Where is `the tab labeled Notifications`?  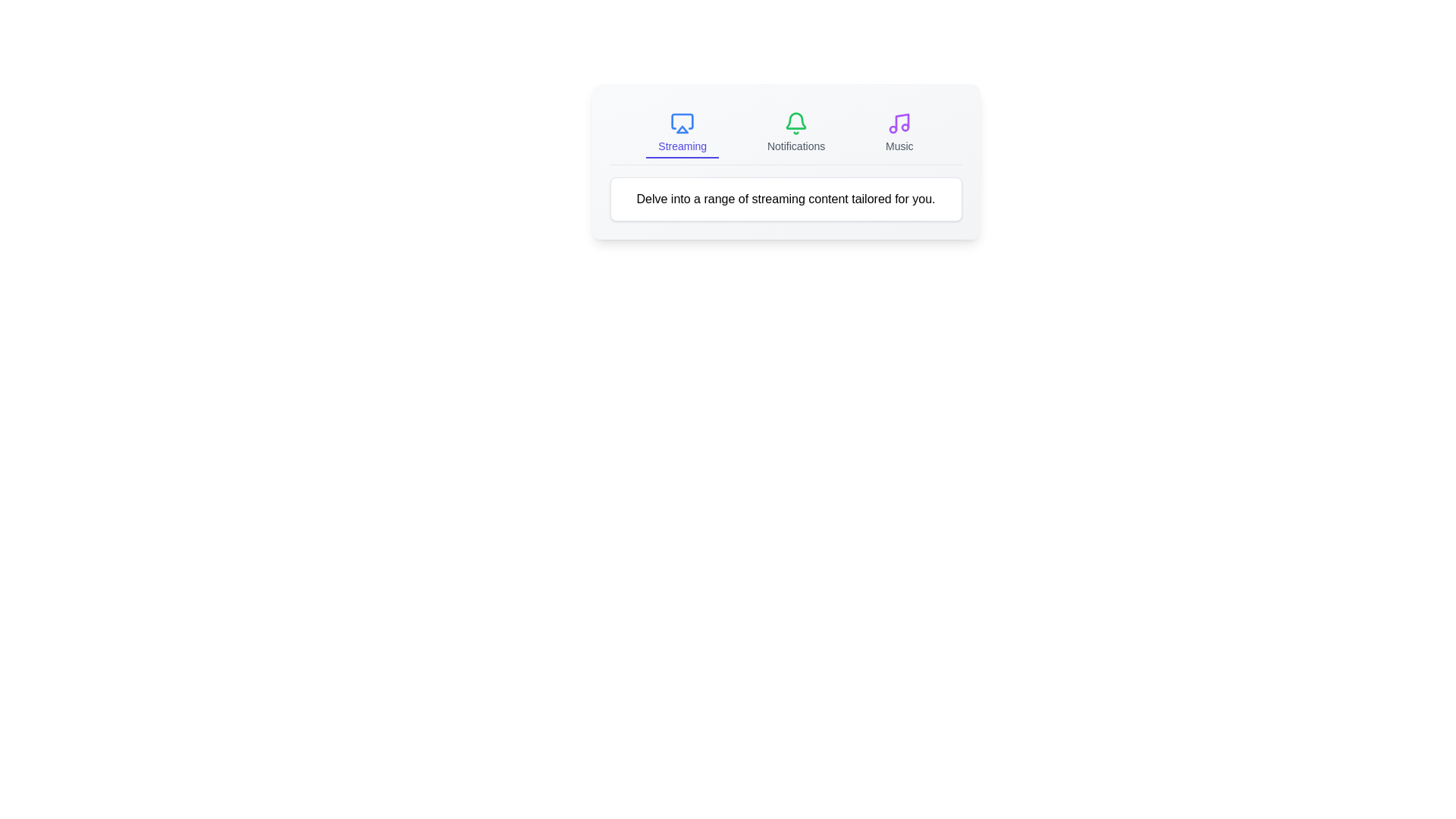 the tab labeled Notifications is located at coordinates (795, 133).